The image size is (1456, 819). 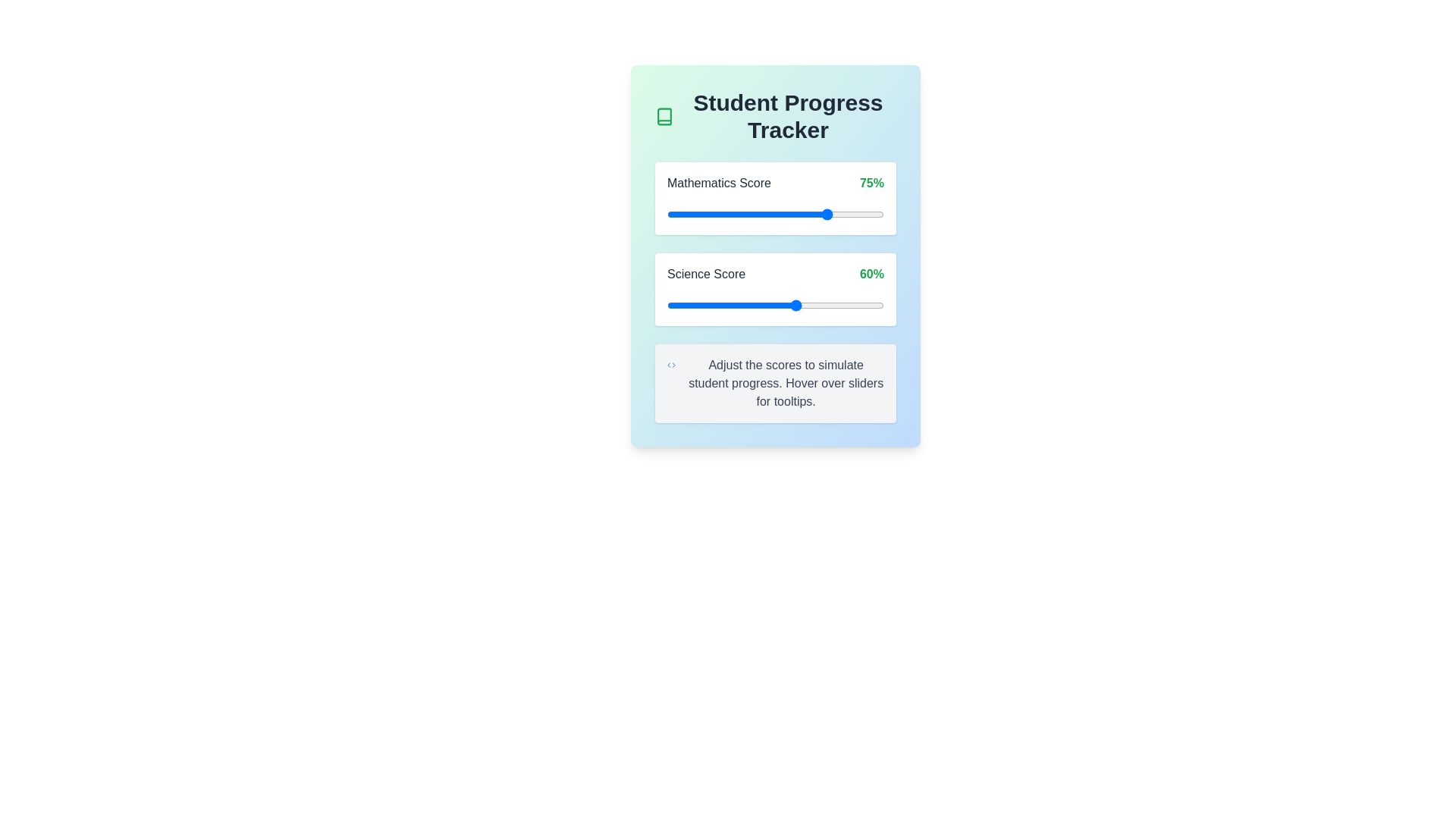 I want to click on the Science Score slider to 52%, so click(x=780, y=305).